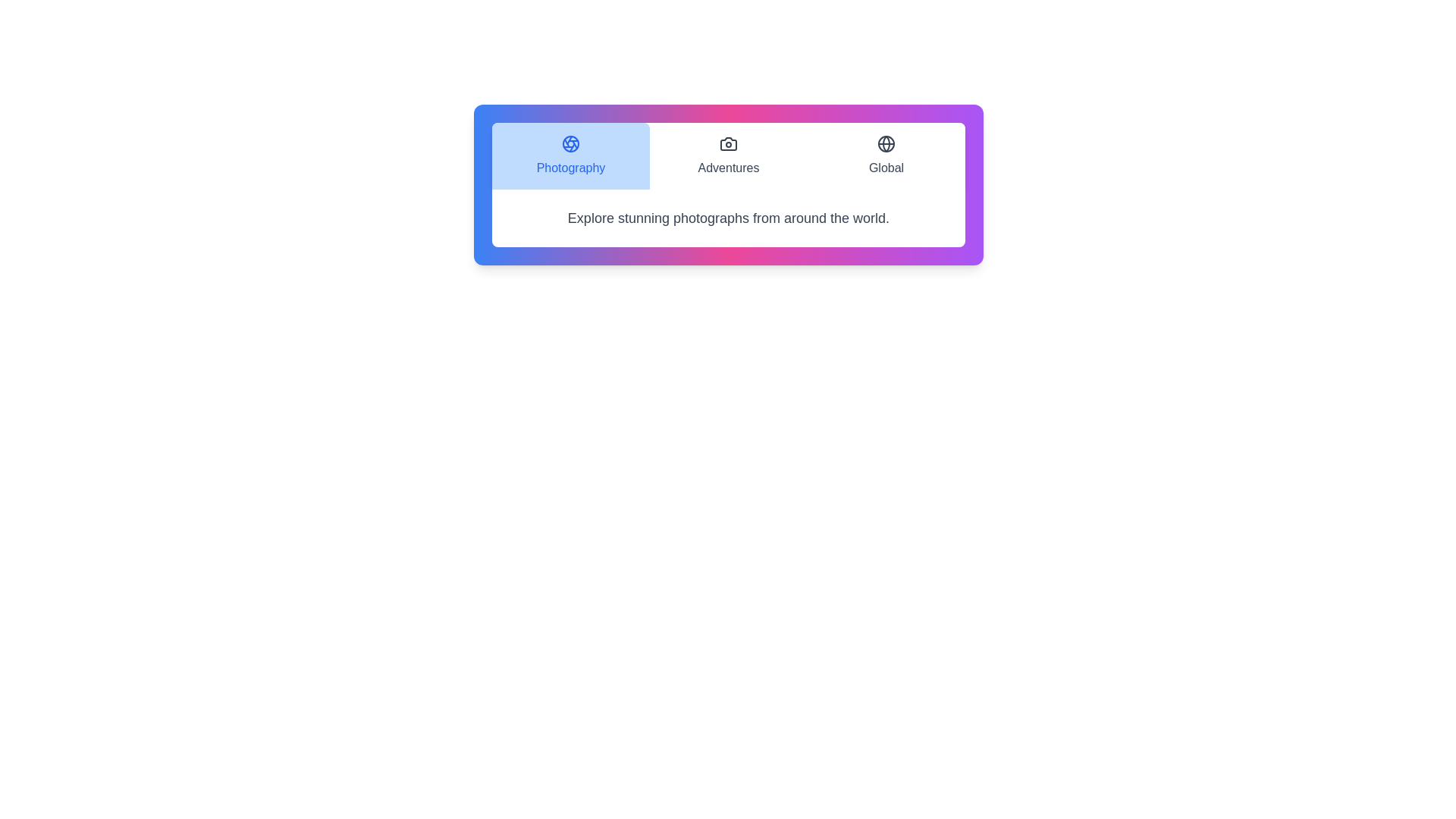  Describe the element at coordinates (728, 155) in the screenshot. I see `the Tab Selector` at that location.